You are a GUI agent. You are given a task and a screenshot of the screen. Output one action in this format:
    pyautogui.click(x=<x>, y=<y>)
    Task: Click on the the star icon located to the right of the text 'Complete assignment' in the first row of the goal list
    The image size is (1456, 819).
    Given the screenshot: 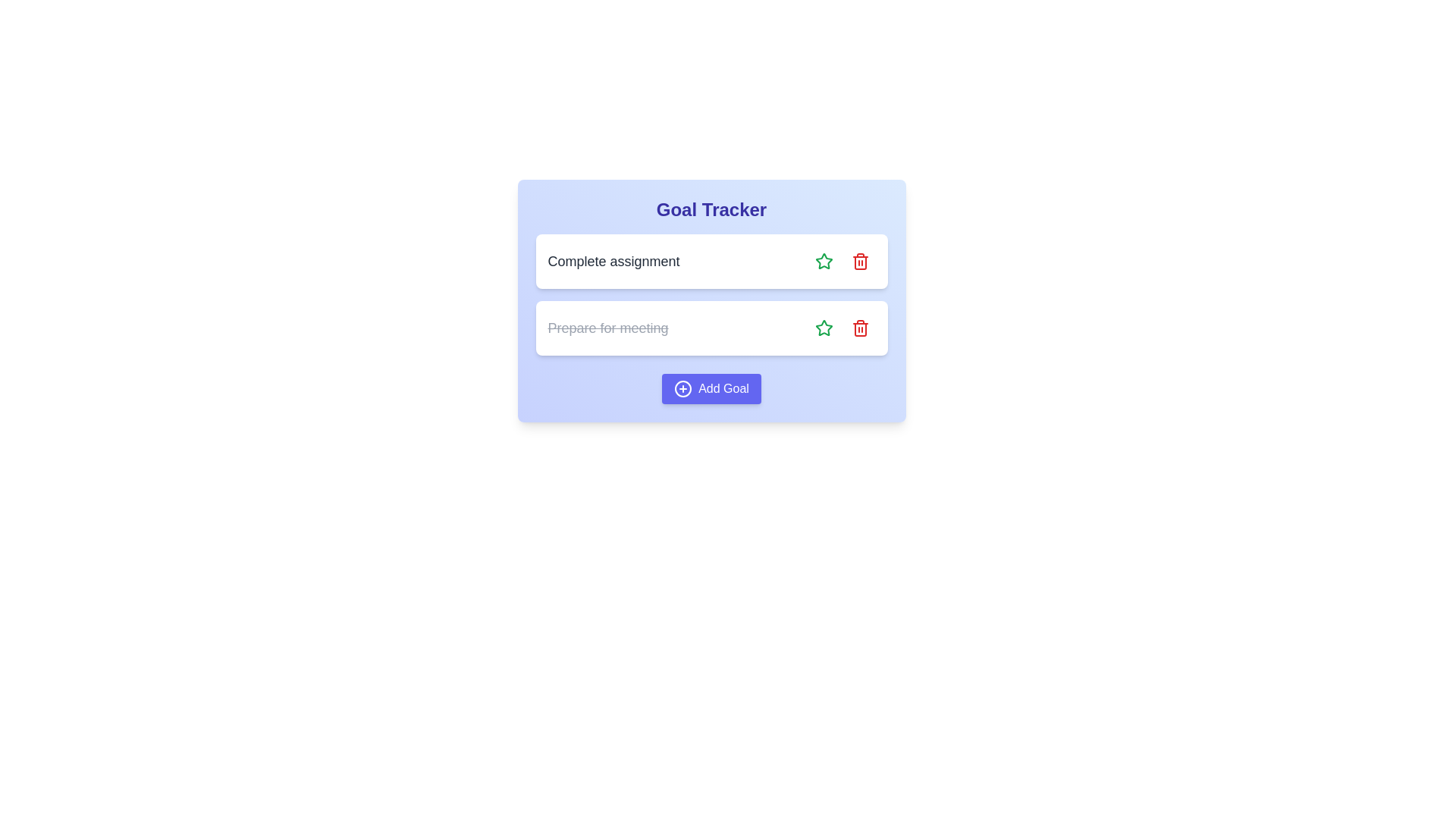 What is the action you would take?
    pyautogui.click(x=823, y=327)
    